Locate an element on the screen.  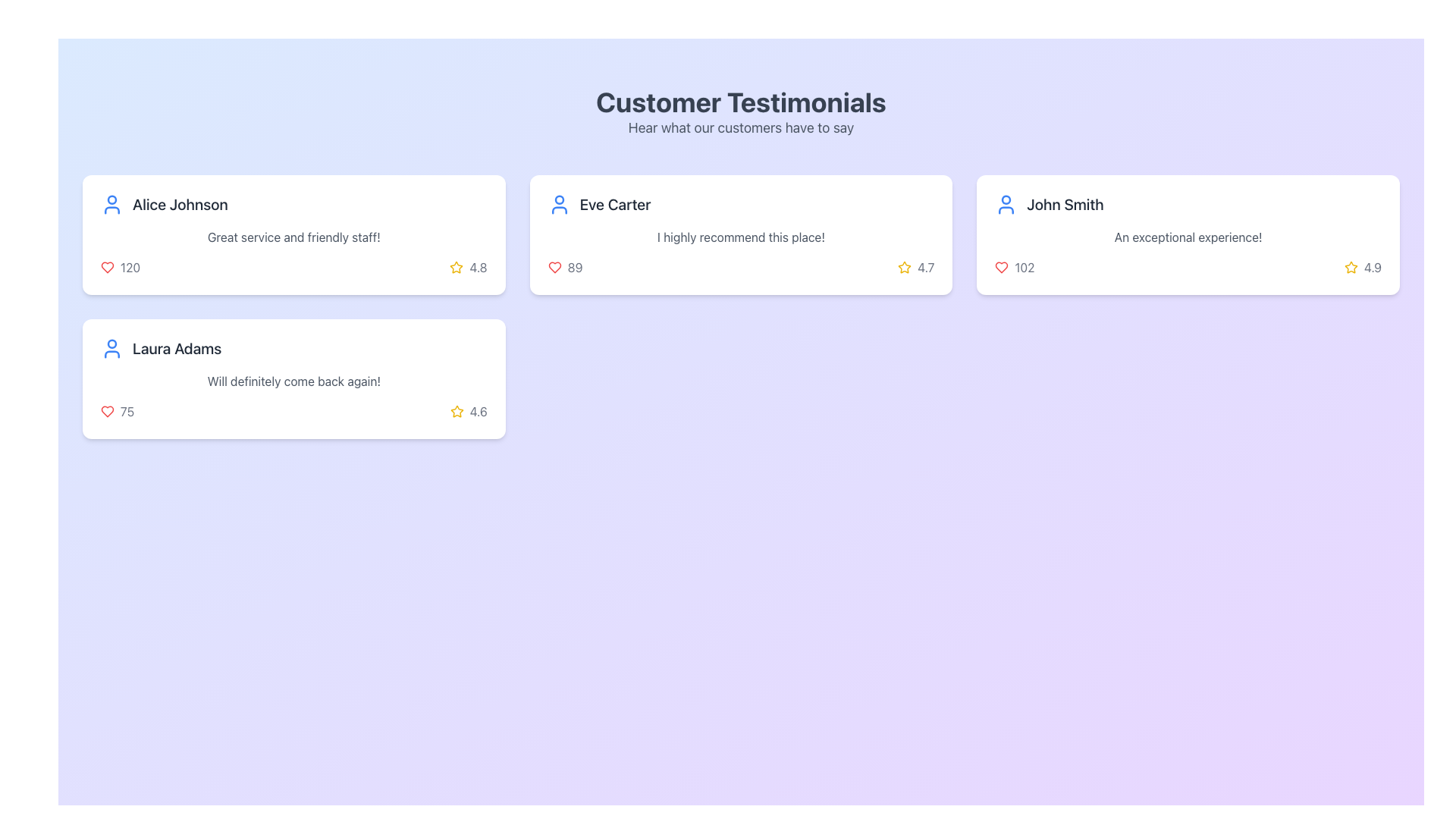
testimonial text displayed in the text label located in the third card from the left on the top row, positioned below 'John Smith' and above the reaction metrics is located at coordinates (1188, 237).